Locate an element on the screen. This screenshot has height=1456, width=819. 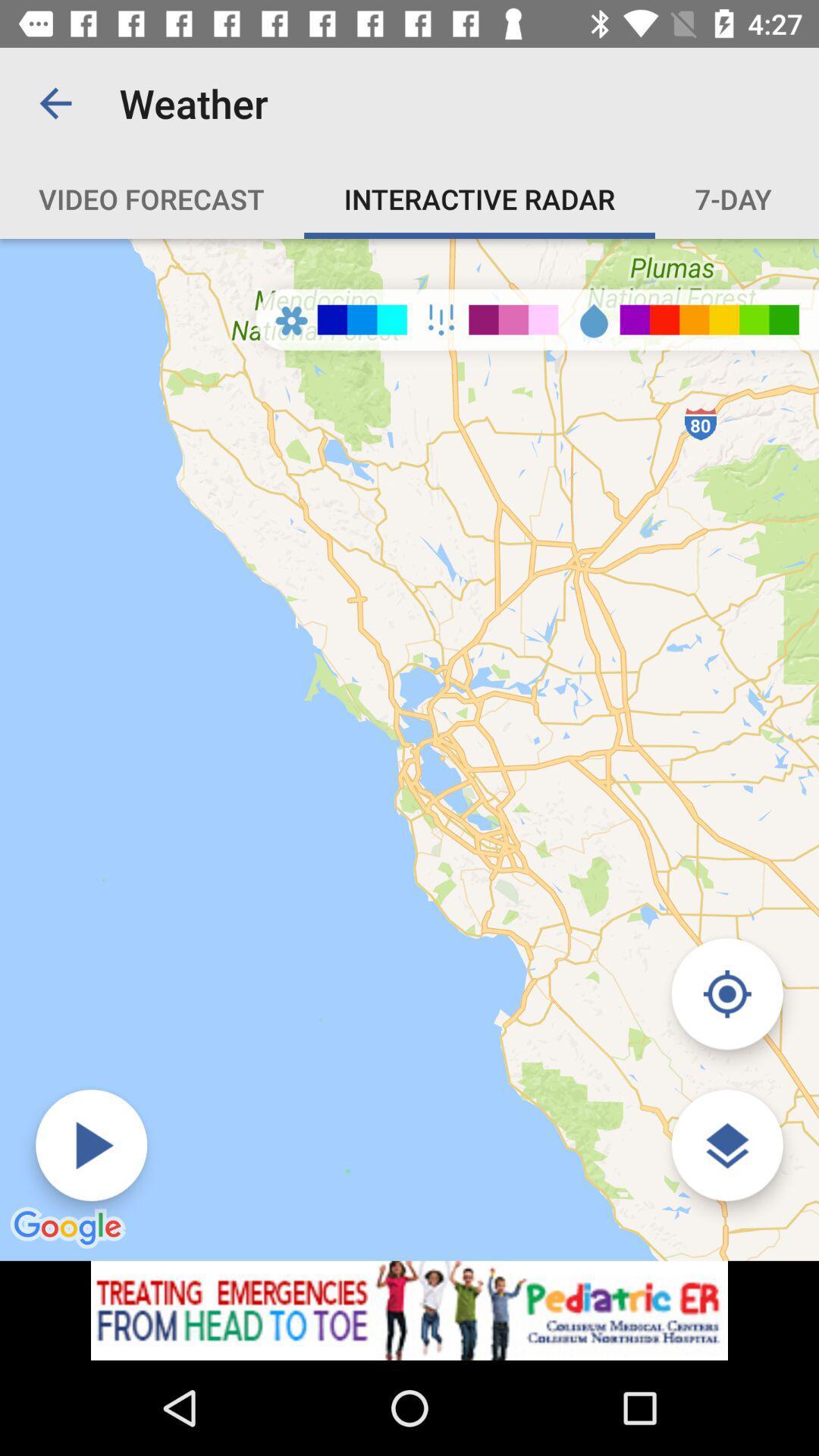
show more detials is located at coordinates (726, 1145).